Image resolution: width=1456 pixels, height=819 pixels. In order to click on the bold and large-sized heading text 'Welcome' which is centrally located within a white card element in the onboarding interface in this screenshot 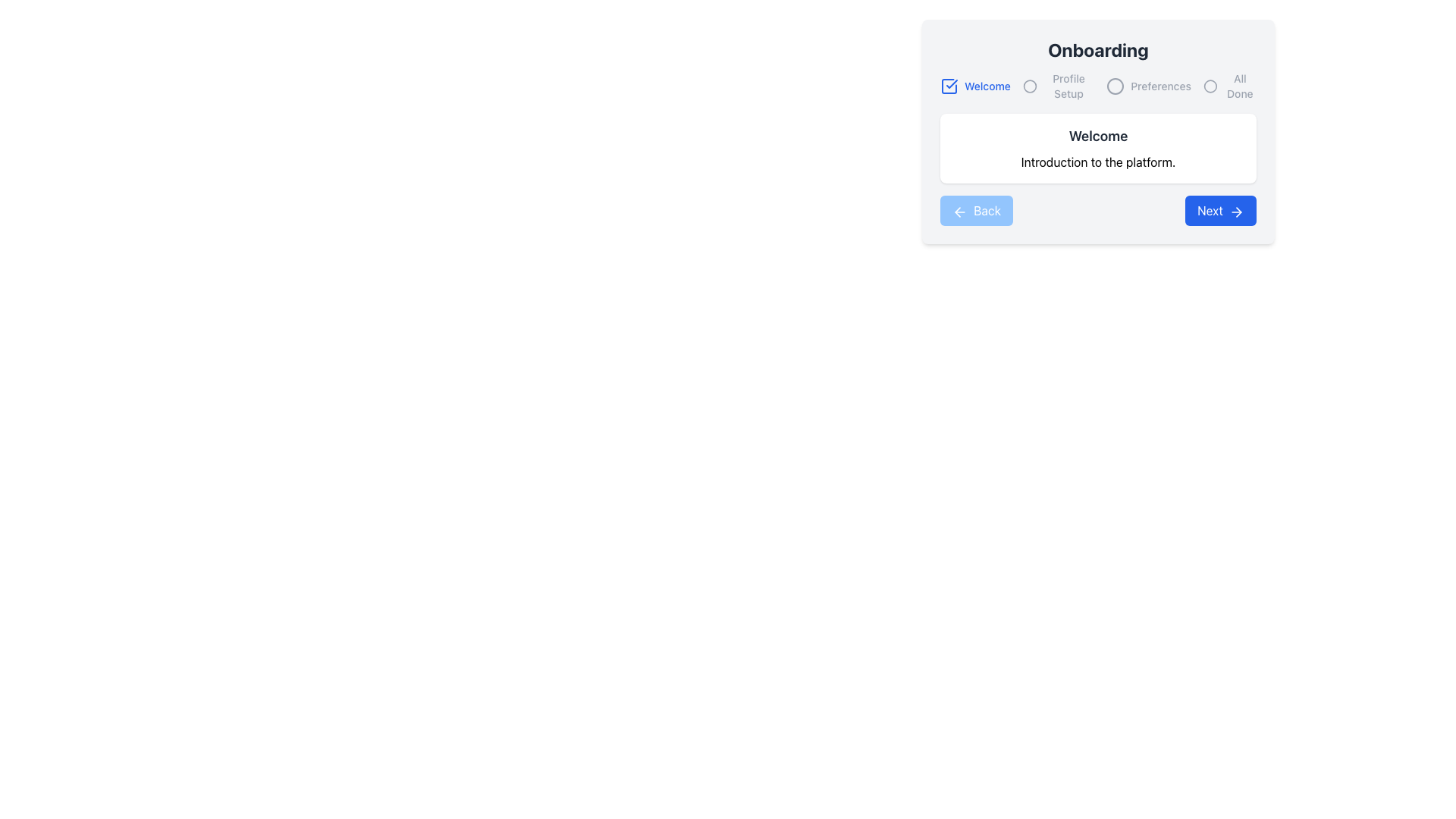, I will do `click(1098, 136)`.